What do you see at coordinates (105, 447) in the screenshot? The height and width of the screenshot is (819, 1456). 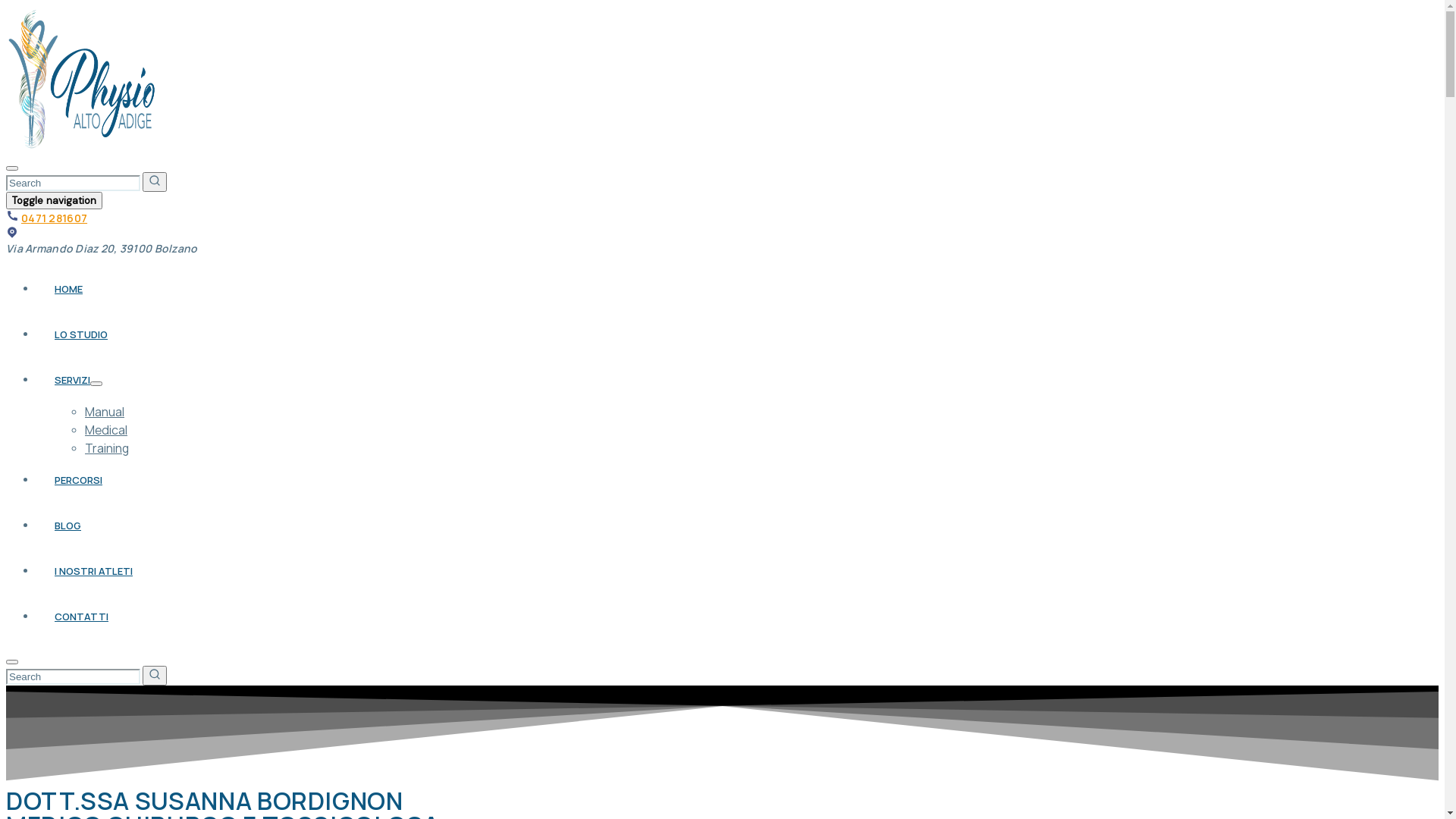 I see `'Training'` at bounding box center [105, 447].